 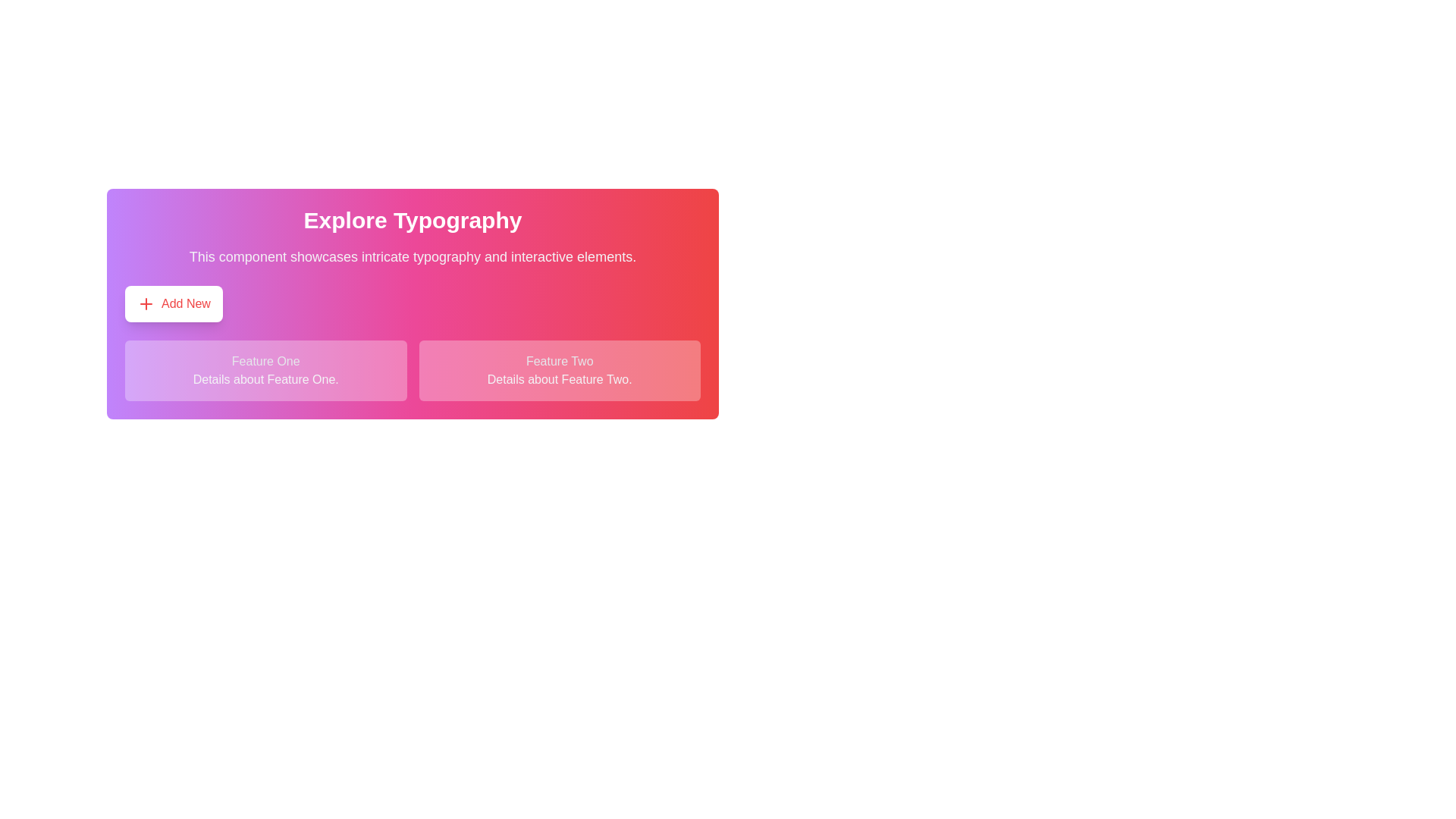 I want to click on the 'Feature One' text label, which serves as a title or heading for the section it represents, so click(x=265, y=362).